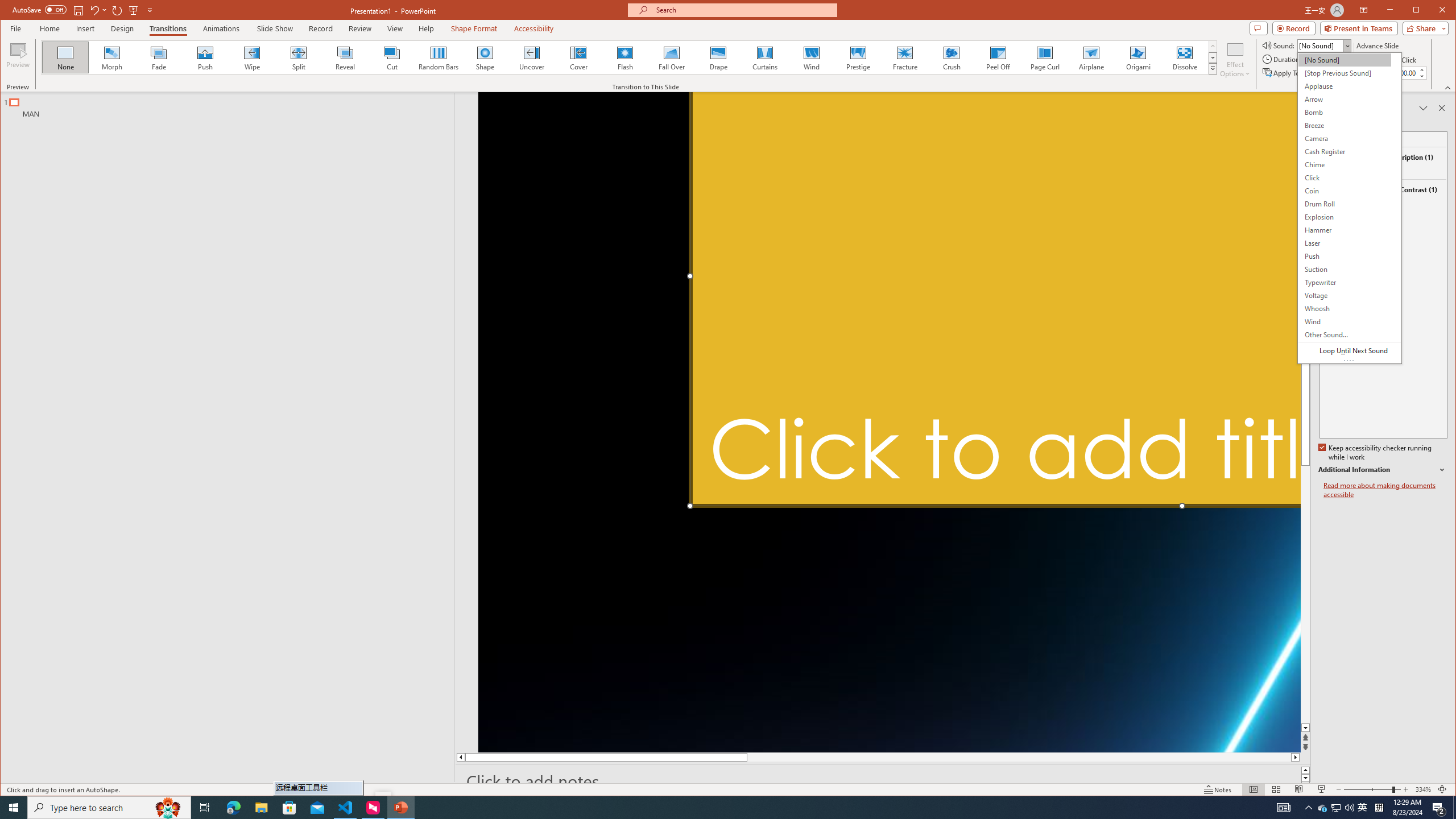 The image size is (1456, 819). What do you see at coordinates (1323, 45) in the screenshot?
I see `'Sound'` at bounding box center [1323, 45].